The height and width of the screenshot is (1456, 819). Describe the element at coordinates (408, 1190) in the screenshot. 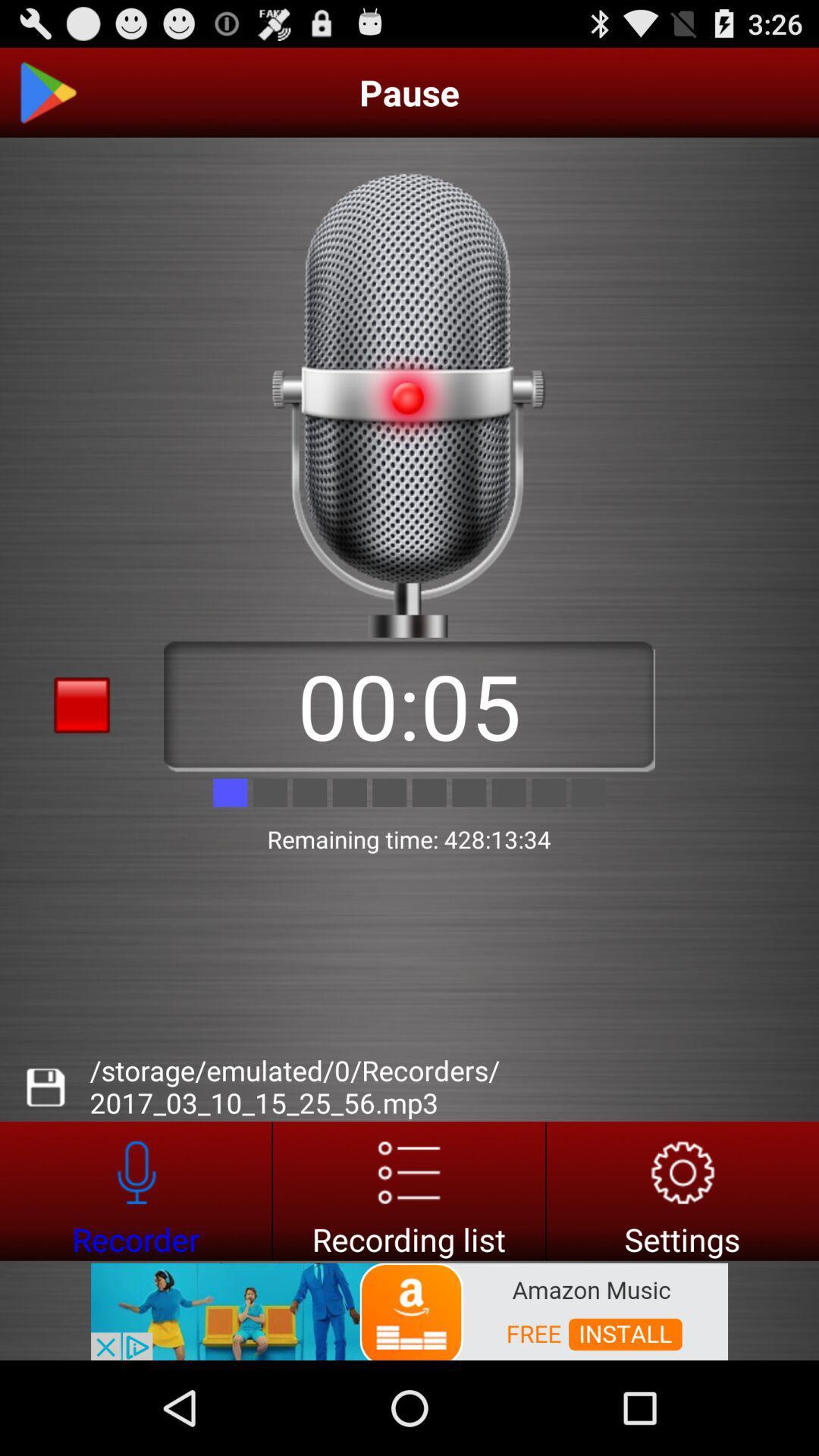

I see `recording list` at that location.